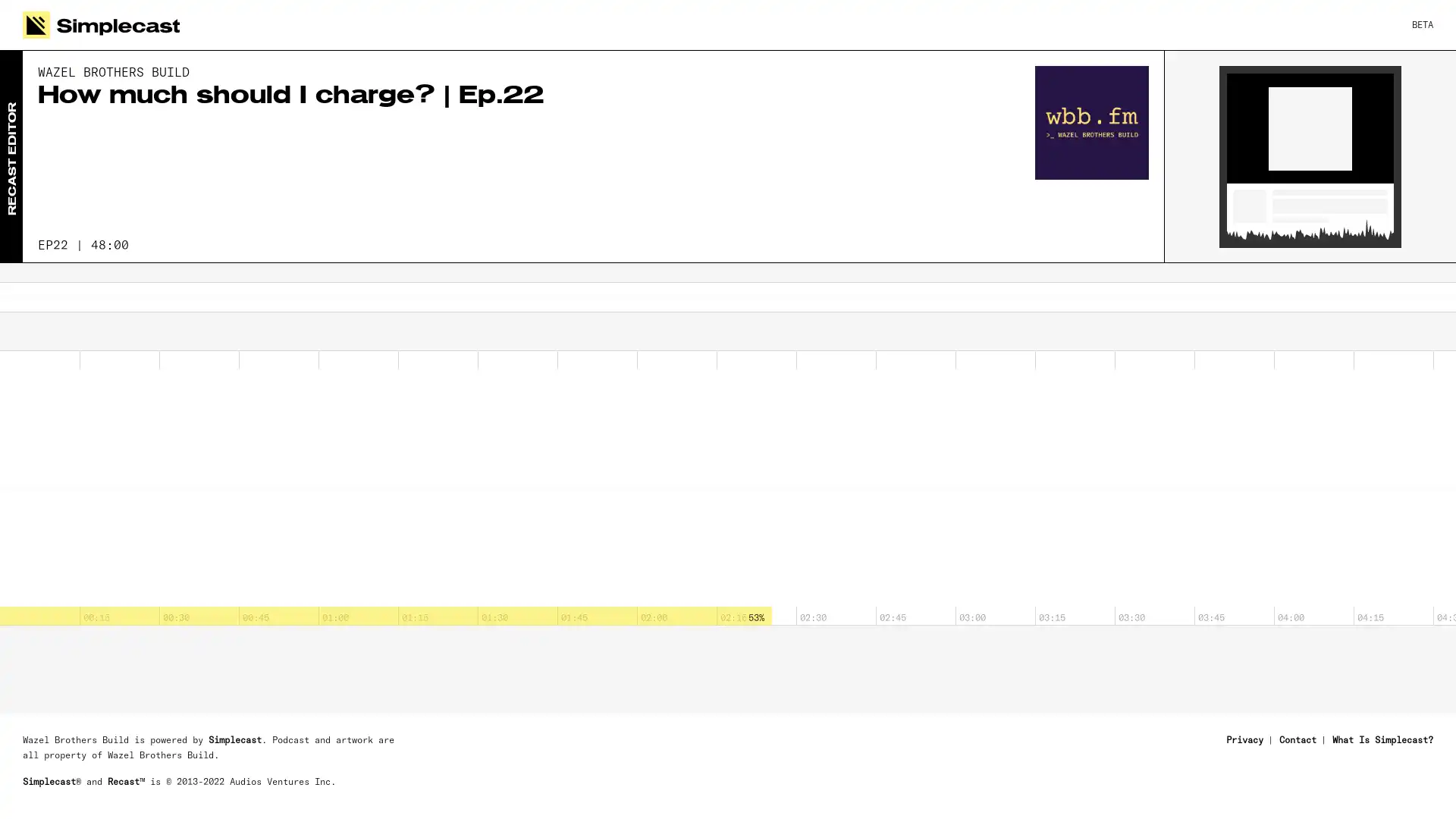 The height and width of the screenshot is (819, 1456). I want to click on Recast & Share, so click(1358, 785).